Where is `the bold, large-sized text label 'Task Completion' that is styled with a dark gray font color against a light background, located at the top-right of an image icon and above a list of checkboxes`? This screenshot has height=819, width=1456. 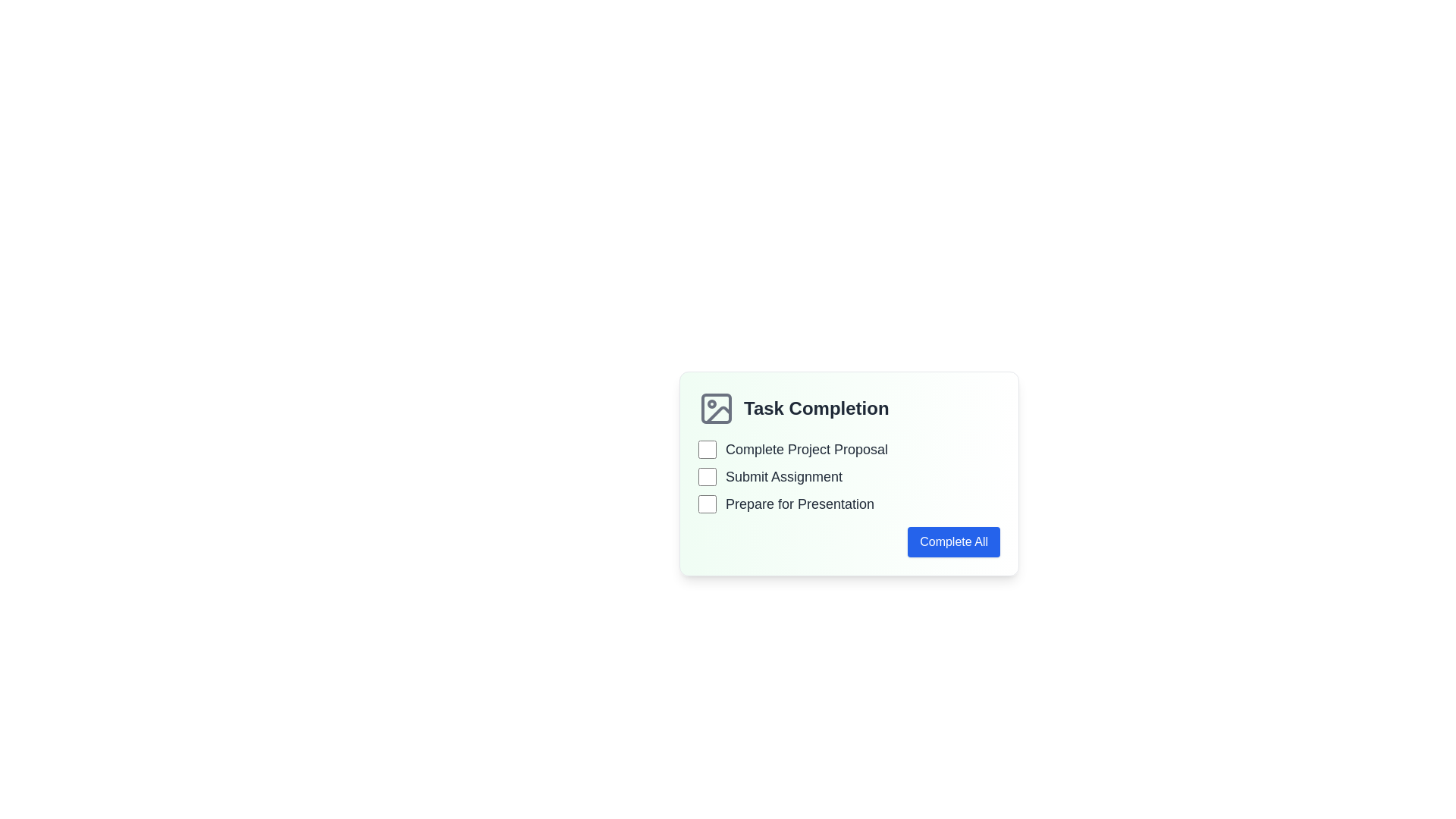 the bold, large-sized text label 'Task Completion' that is styled with a dark gray font color against a light background, located at the top-right of an image icon and above a list of checkboxes is located at coordinates (815, 408).